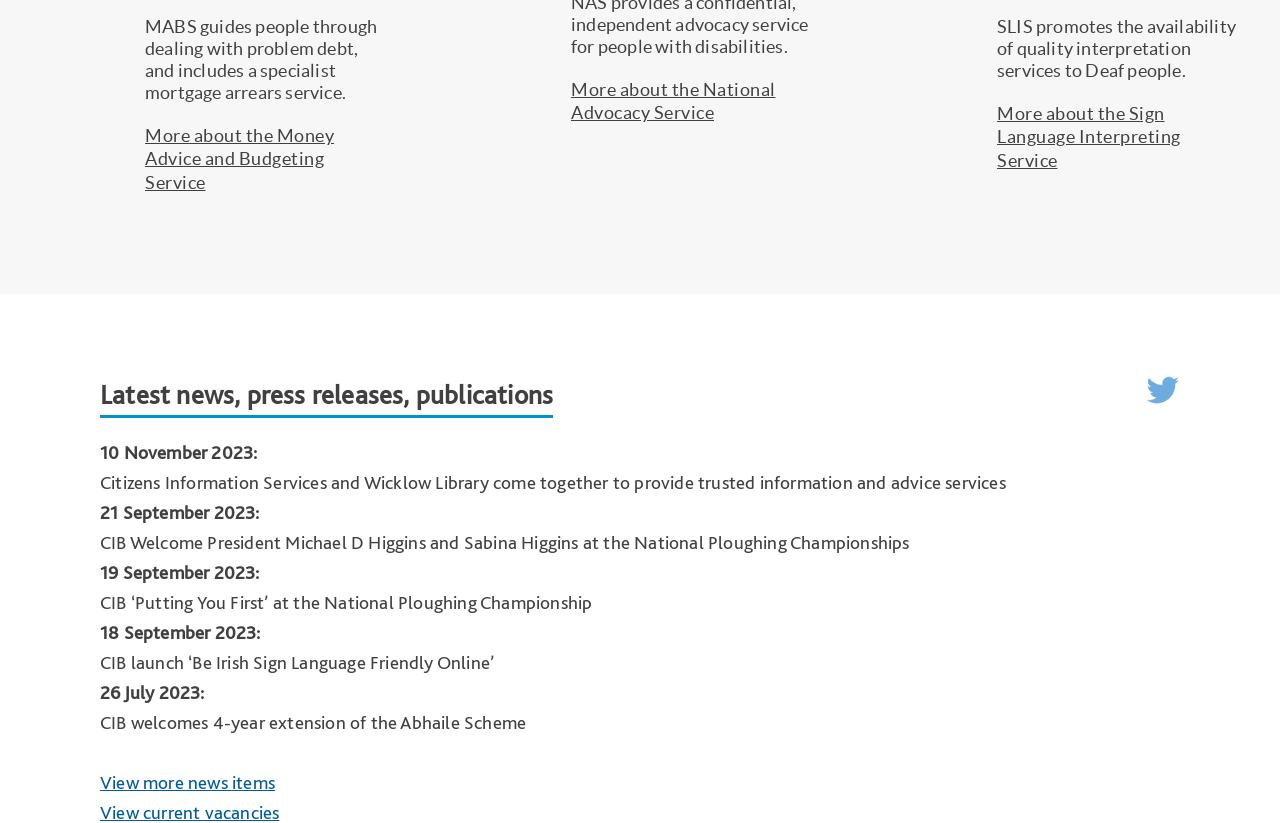  I want to click on 'View more news items', so click(187, 780).